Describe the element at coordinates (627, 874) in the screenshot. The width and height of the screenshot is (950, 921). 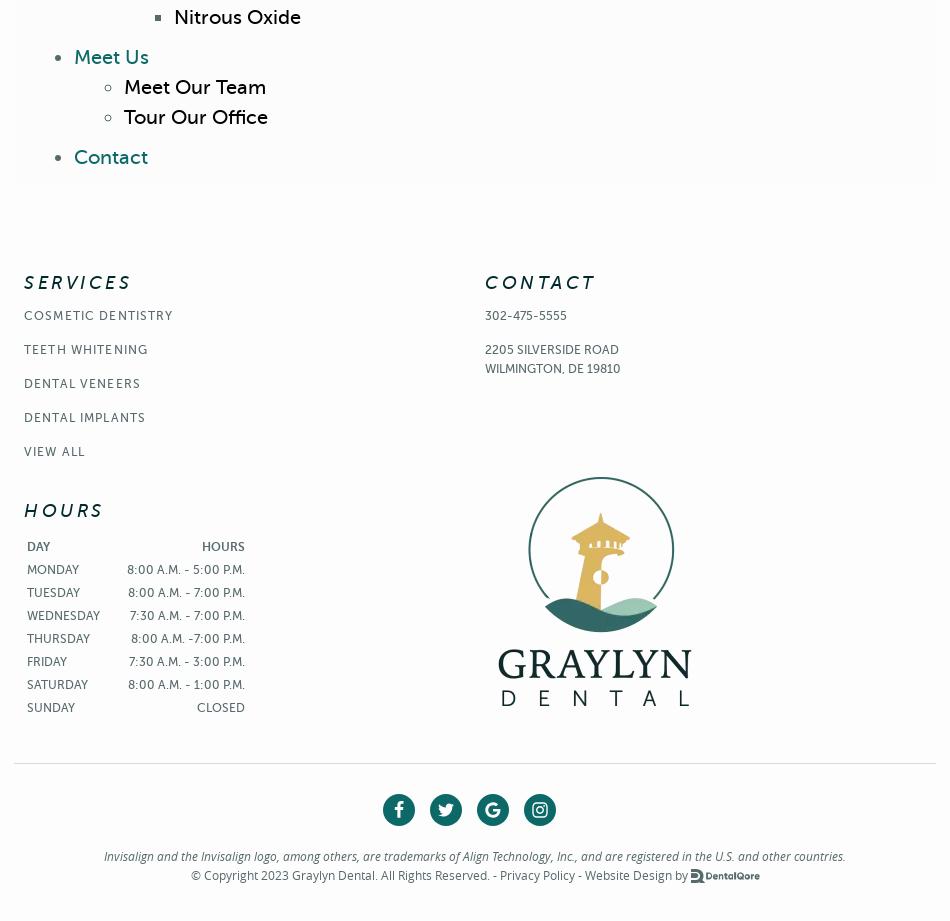
I see `'Website Design'` at that location.